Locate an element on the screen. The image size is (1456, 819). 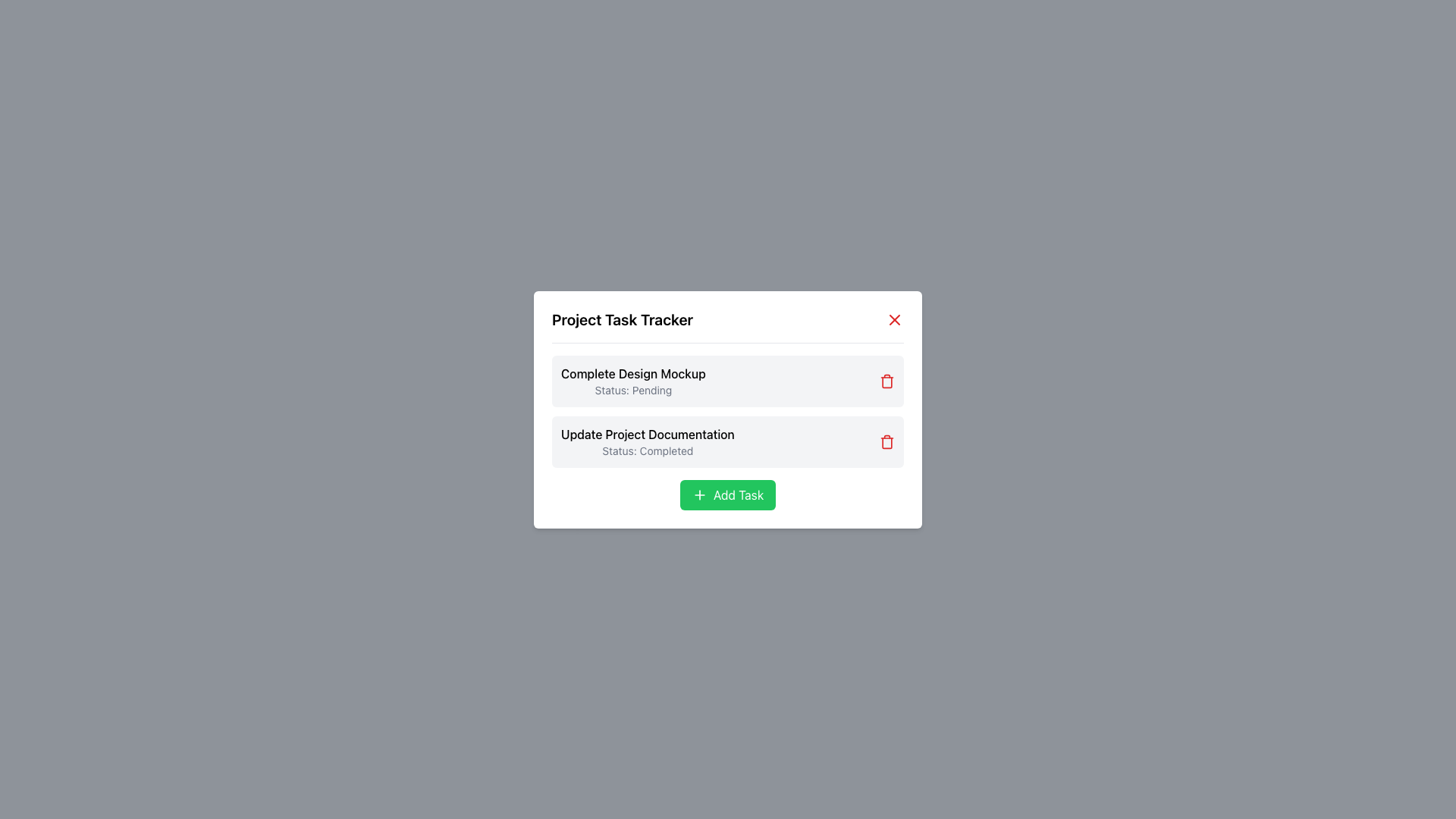
the Task Item Display containing 'Complete Design Mockup' and 'Status: Pending' text, which is located on the first row of the task list in the task manager interface is located at coordinates (633, 380).